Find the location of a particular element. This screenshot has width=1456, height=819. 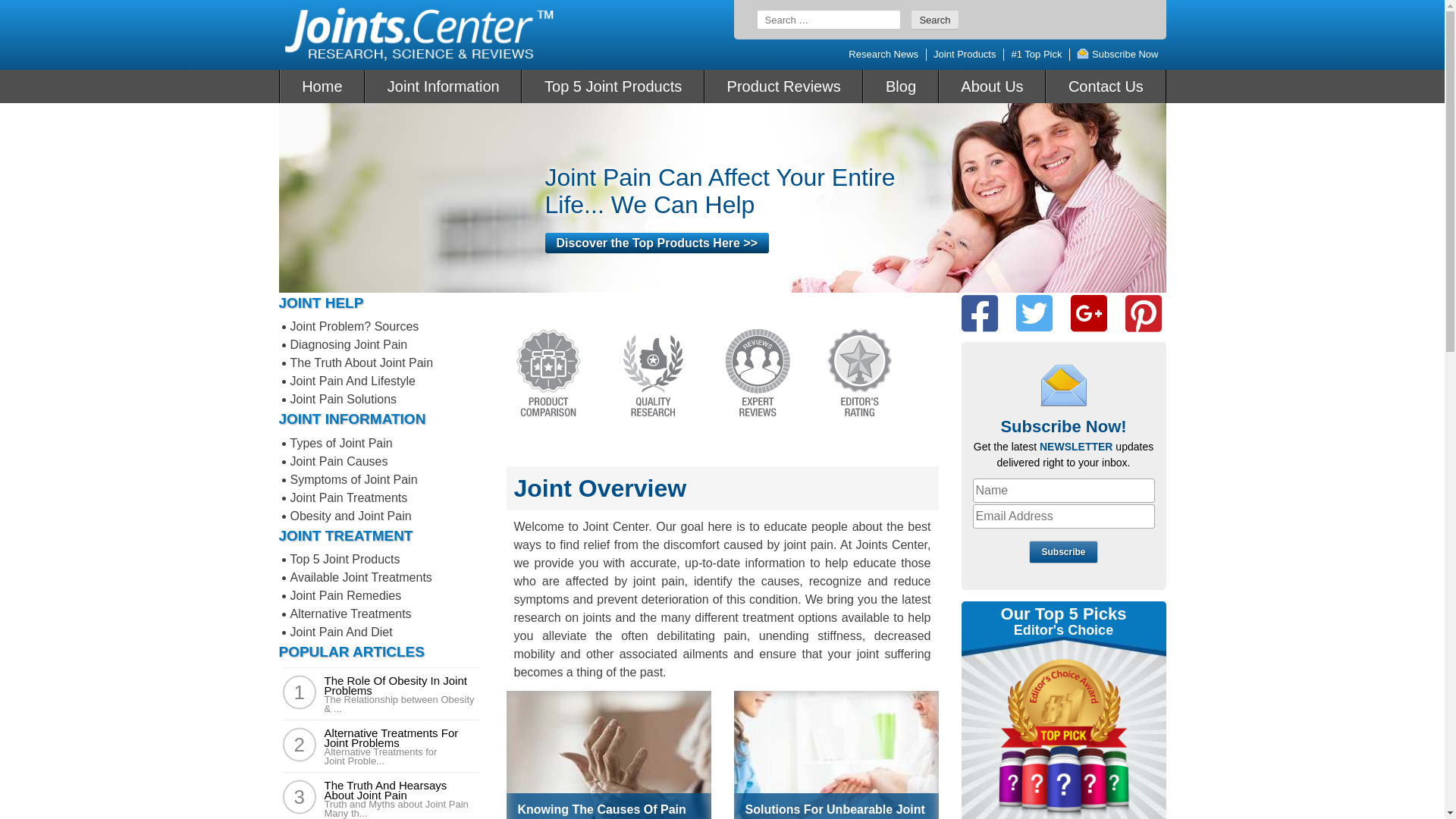

'#1 Top Pick' is located at coordinates (1035, 54).